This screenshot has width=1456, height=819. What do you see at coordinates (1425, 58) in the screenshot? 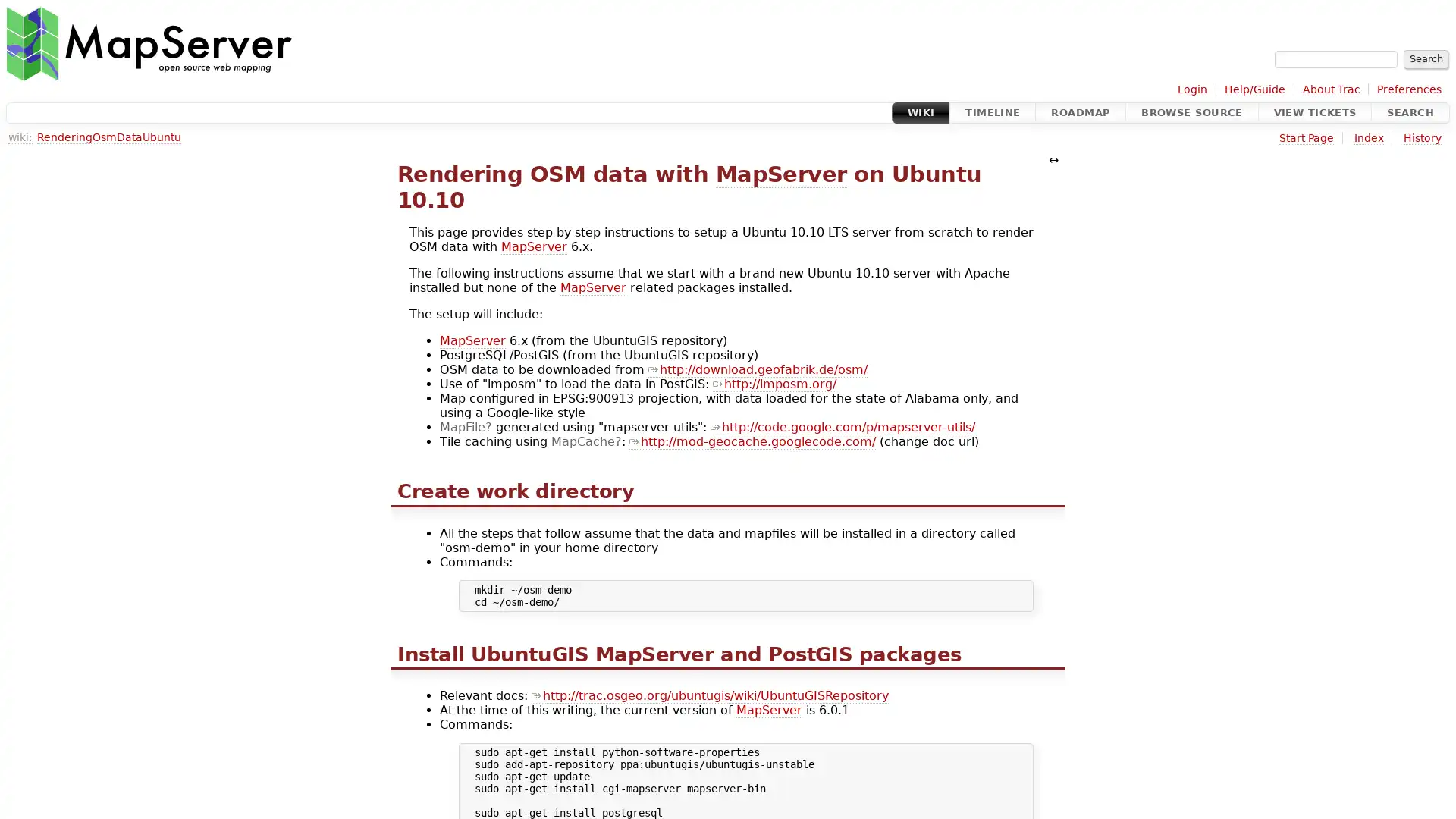
I see `Search` at bounding box center [1425, 58].